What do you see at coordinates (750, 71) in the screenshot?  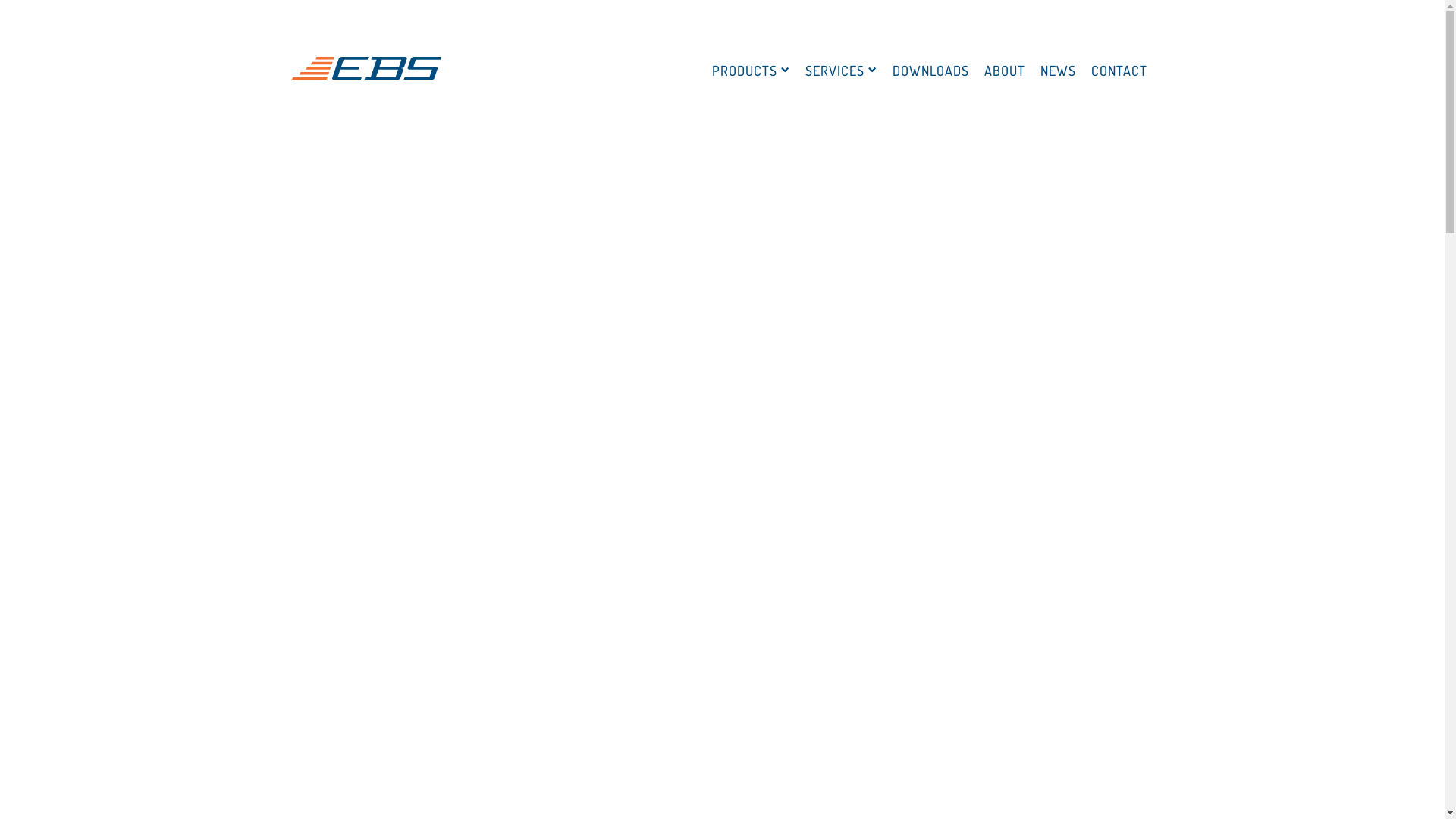 I see `'PRODUCTS'` at bounding box center [750, 71].